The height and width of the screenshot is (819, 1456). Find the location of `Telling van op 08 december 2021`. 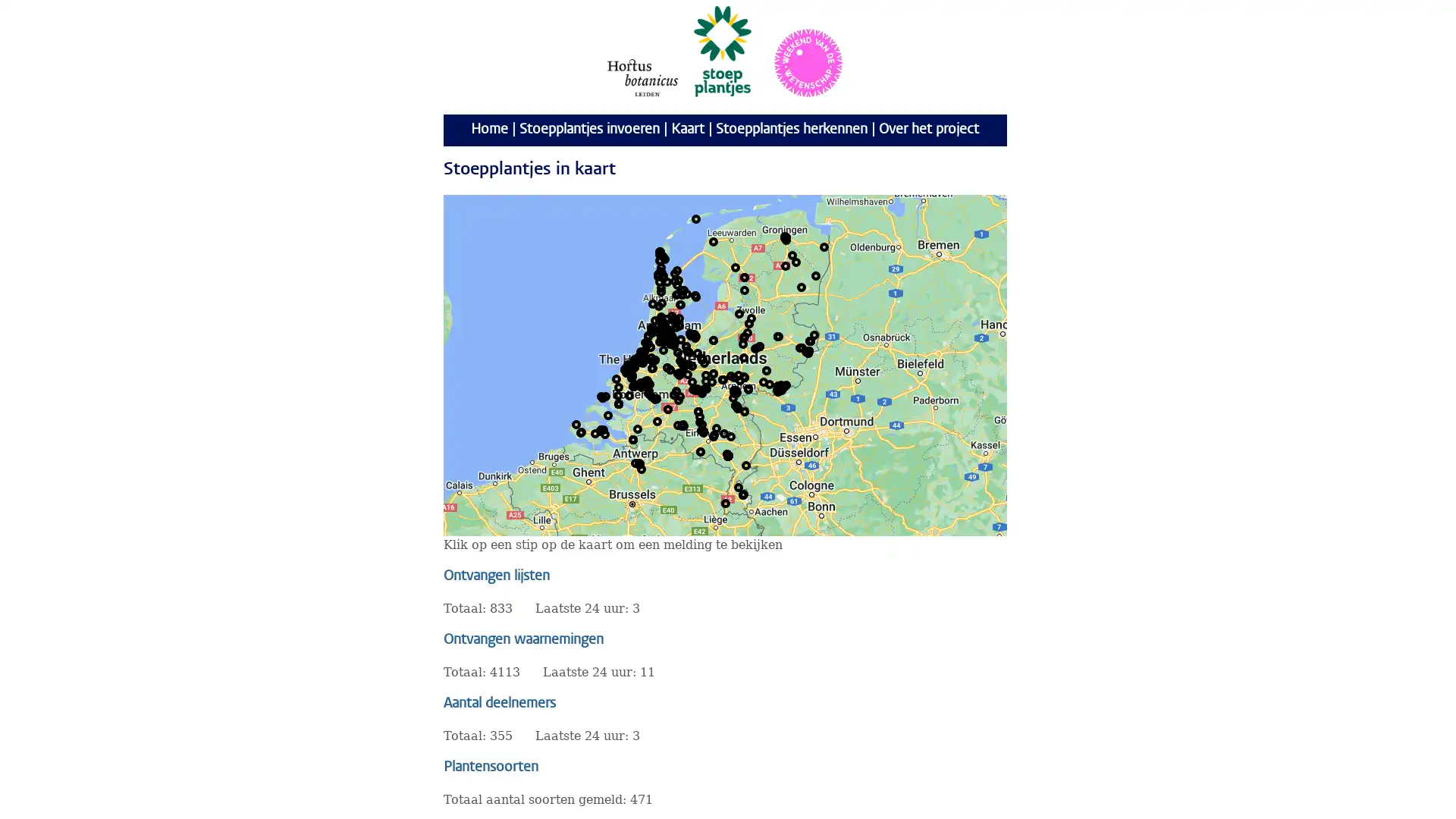

Telling van op 08 december 2021 is located at coordinates (676, 293).